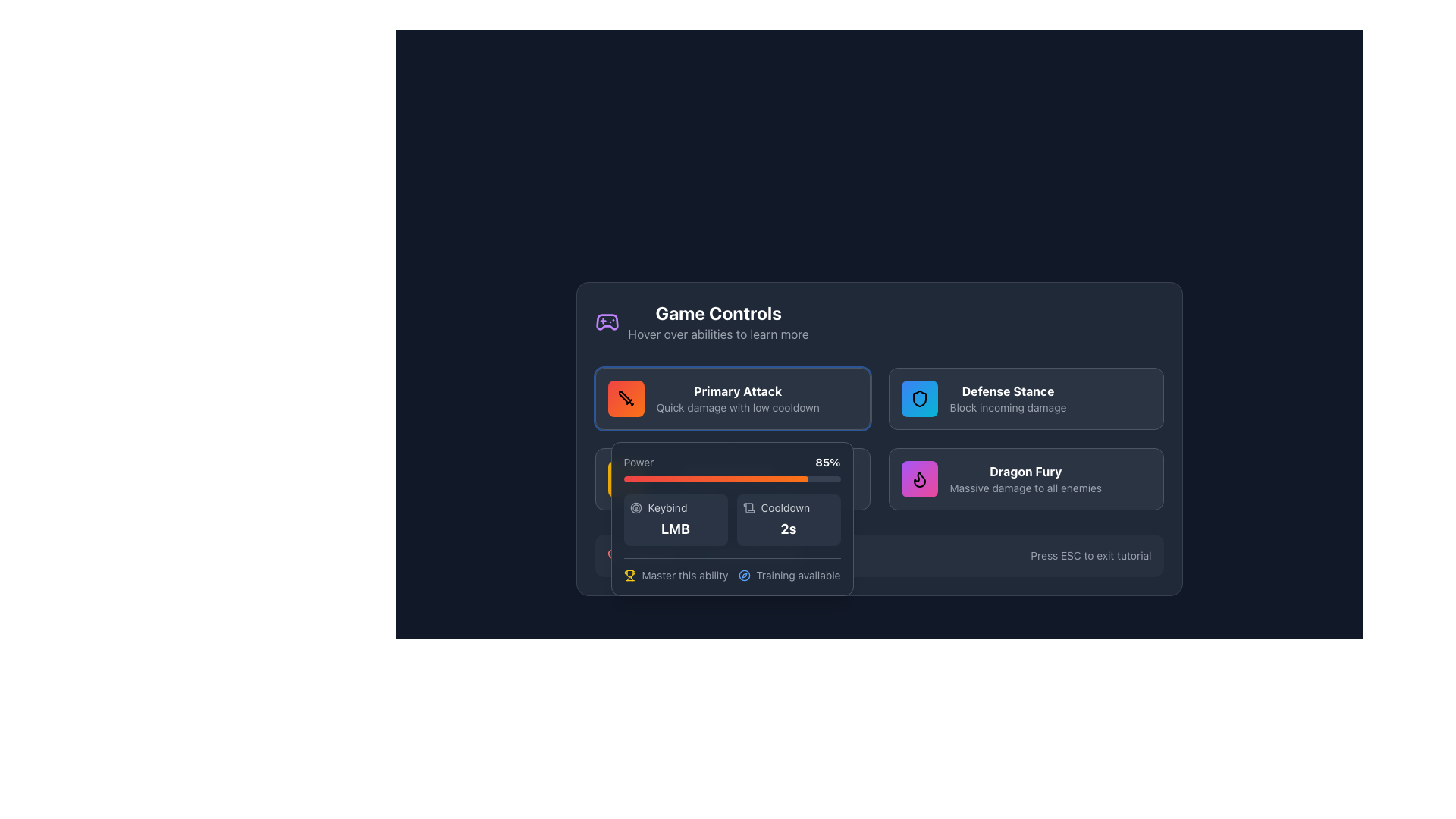 This screenshot has width=1456, height=819. What do you see at coordinates (607, 321) in the screenshot?
I see `the game controller icon with a purple outline located in the 'Game Controls' section, to the left of the title text 'Game Controls'` at bounding box center [607, 321].